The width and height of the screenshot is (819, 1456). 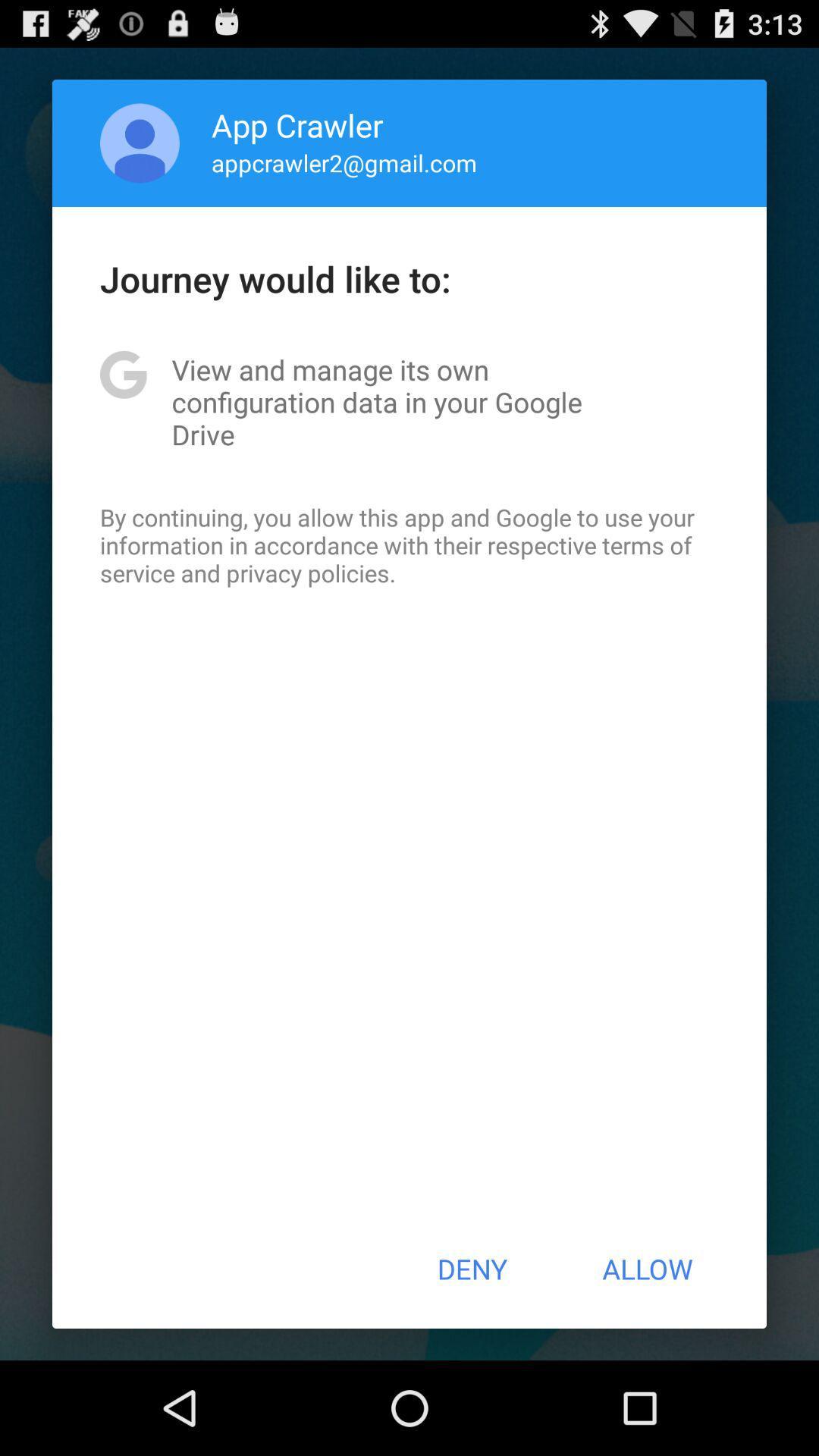 I want to click on the app above the appcrawler2@gmail.com icon, so click(x=297, y=124).